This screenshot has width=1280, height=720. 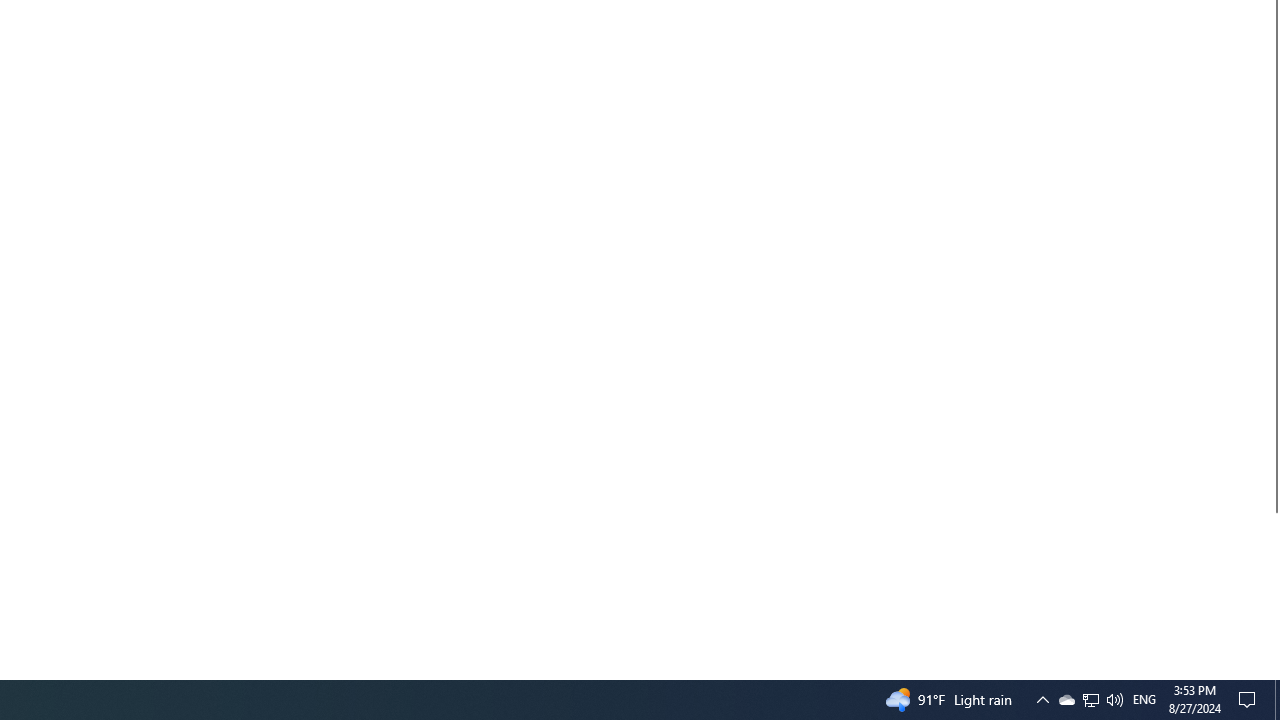 What do you see at coordinates (1113, 698) in the screenshot?
I see `'Q2790: 100%'` at bounding box center [1113, 698].